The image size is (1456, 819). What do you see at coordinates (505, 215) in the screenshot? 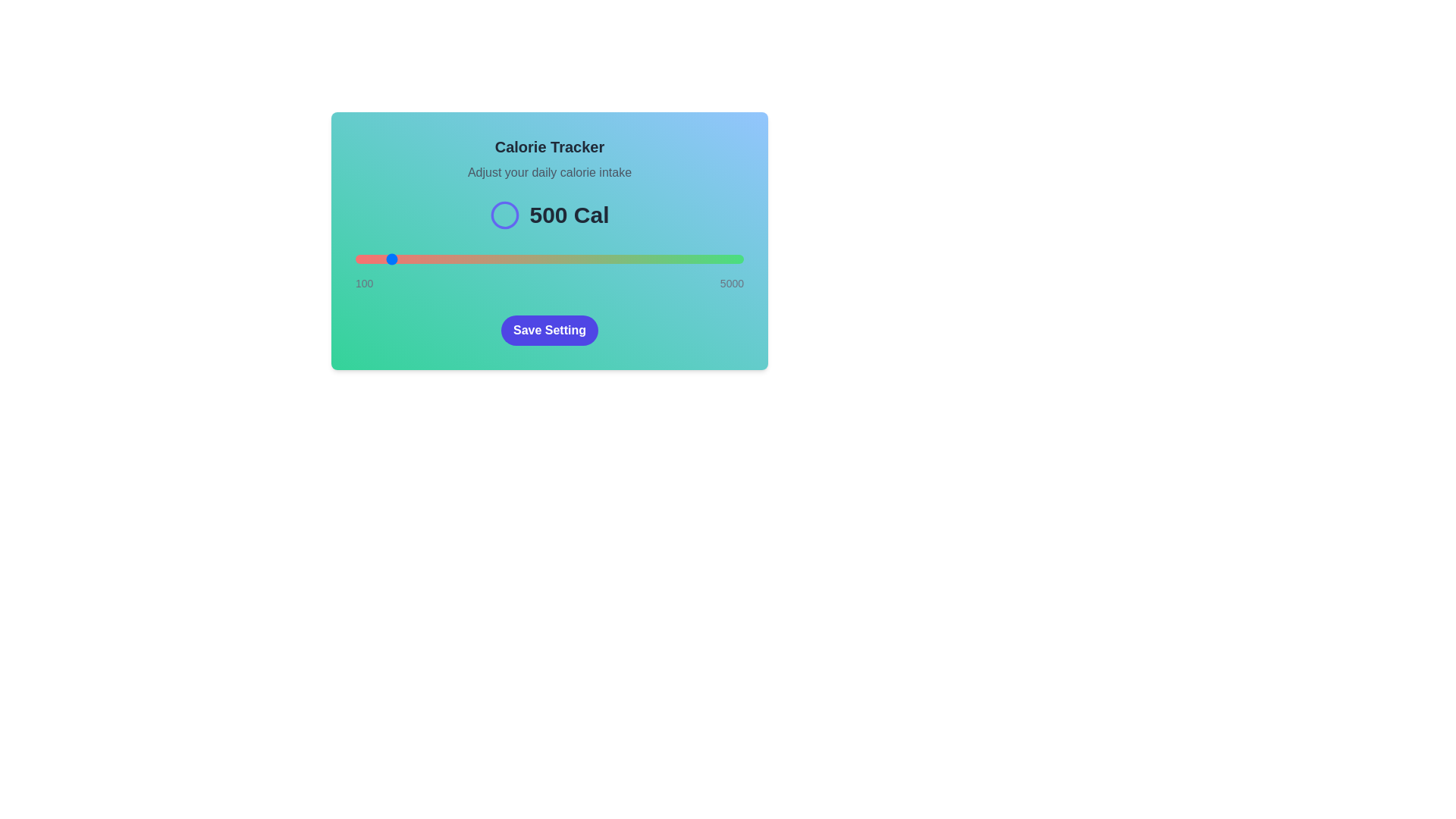
I see `the circular icon near the calorie value` at bounding box center [505, 215].